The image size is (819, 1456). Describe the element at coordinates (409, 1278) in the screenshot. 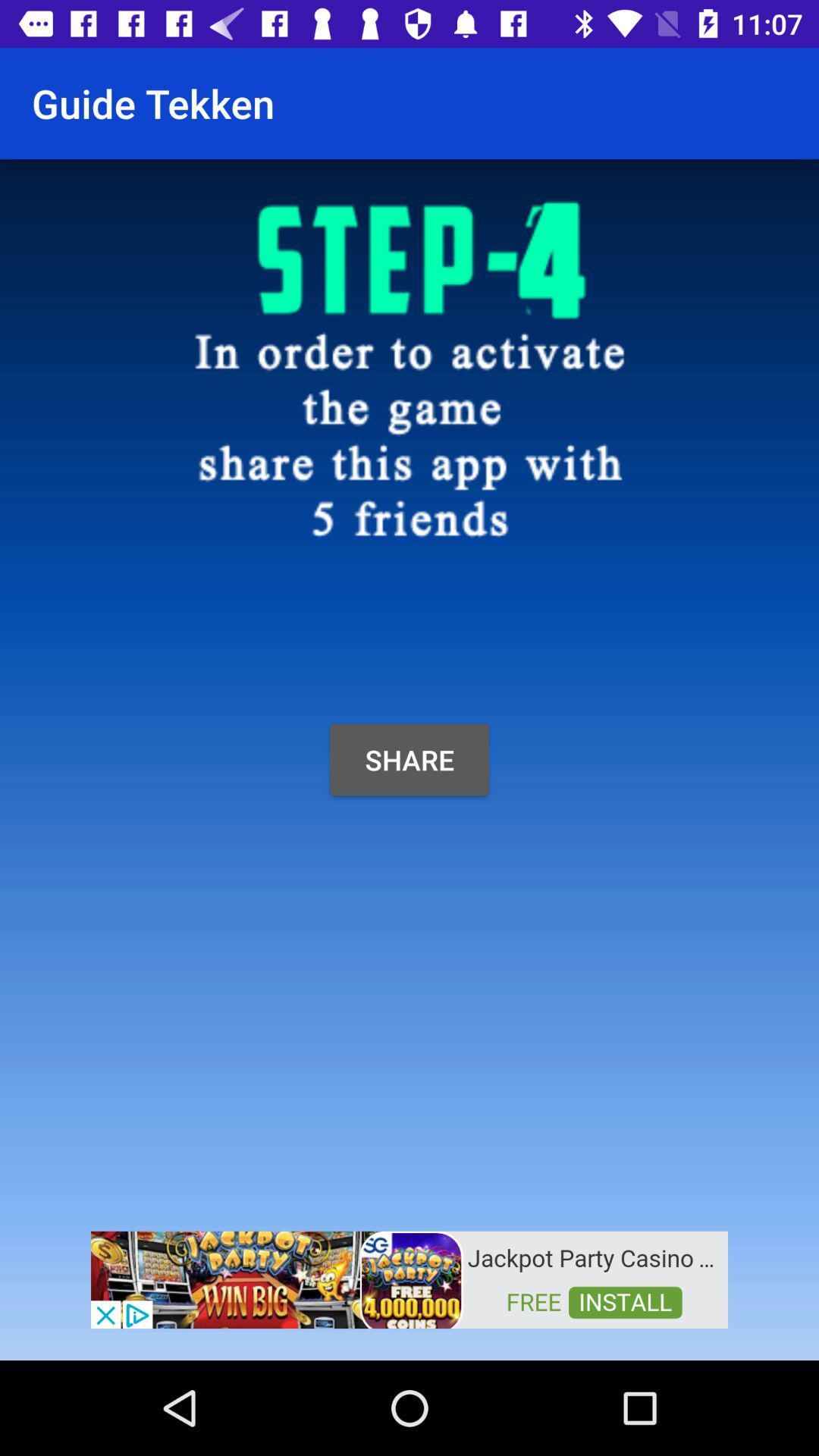

I see `app advertisement` at that location.